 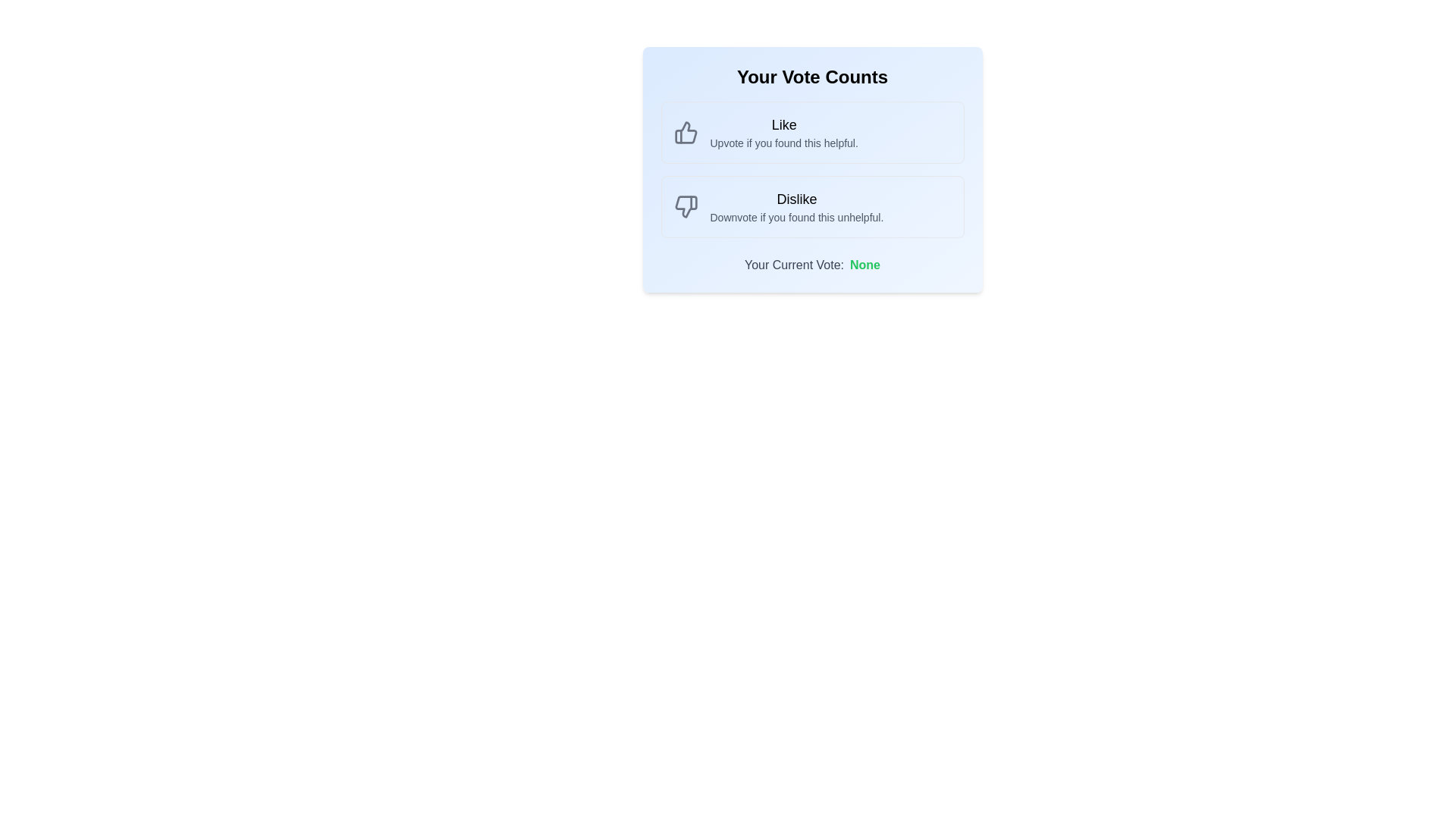 What do you see at coordinates (811, 131) in the screenshot?
I see `the thumbs-up icon on the Interactive feedback component labeled 'Like' to upvote` at bounding box center [811, 131].